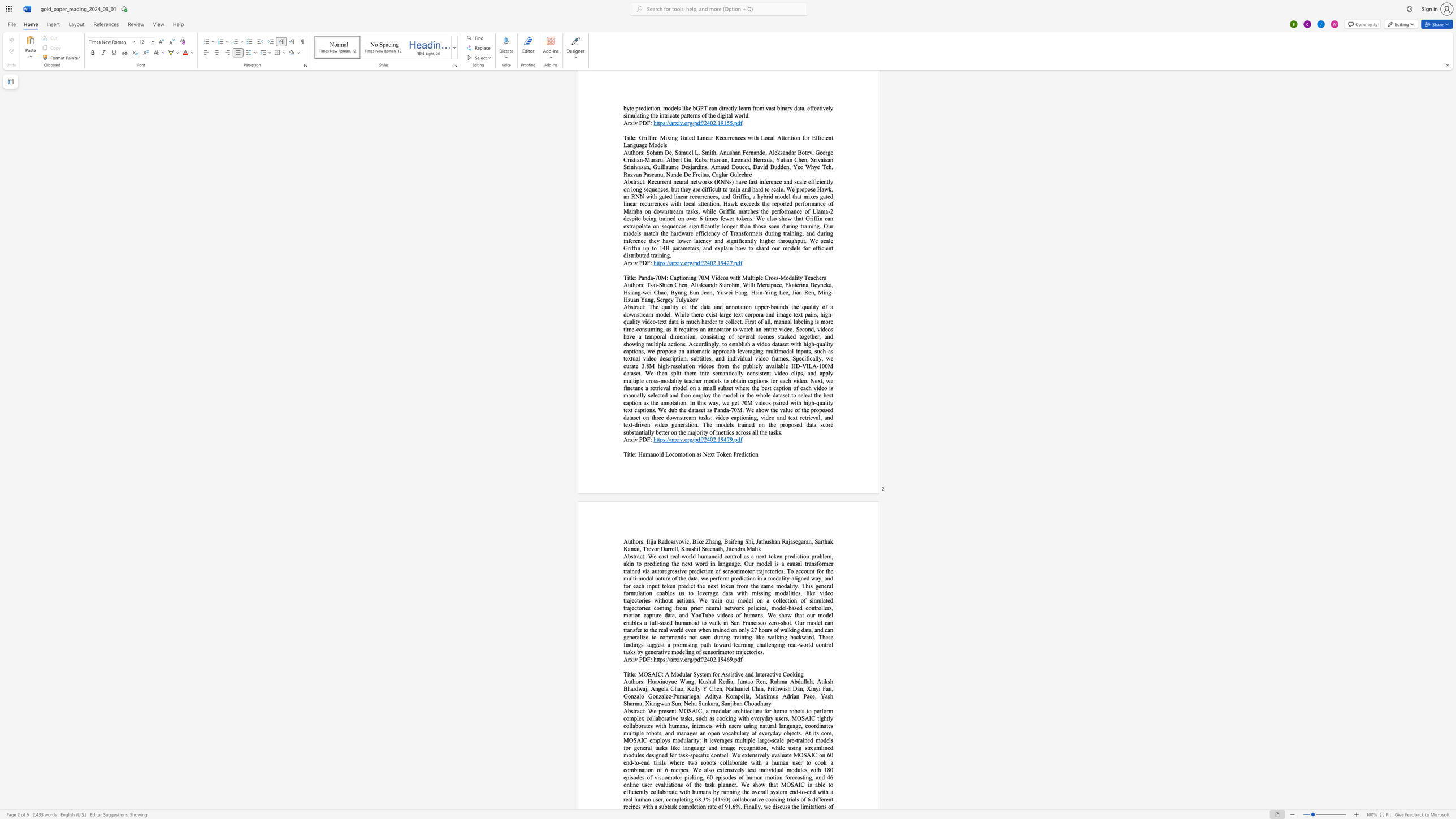 This screenshot has width=1456, height=819. I want to click on the 3th character "i" in the text, so click(774, 673).